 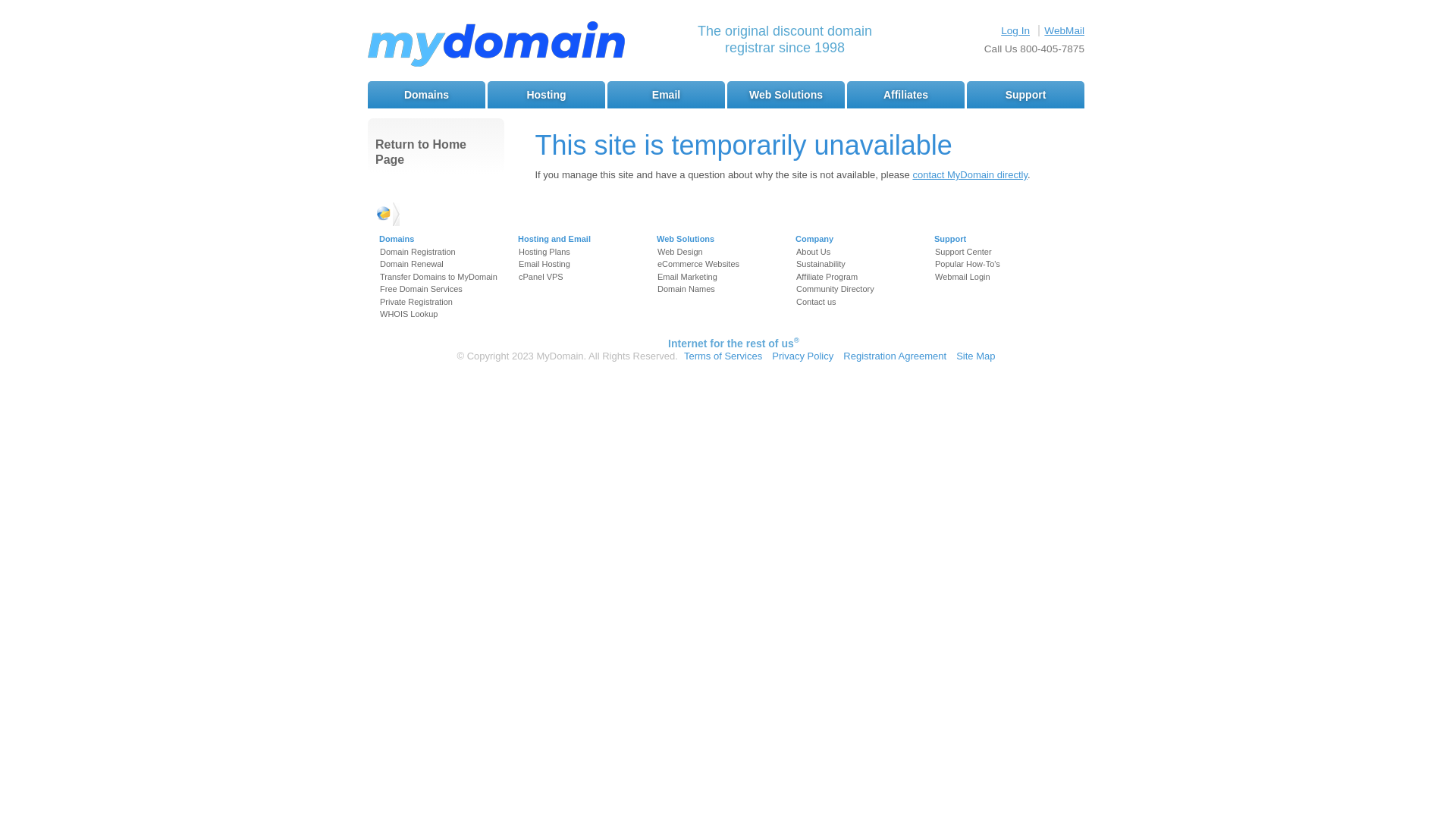 I want to click on 'Webmail Login', so click(x=962, y=277).